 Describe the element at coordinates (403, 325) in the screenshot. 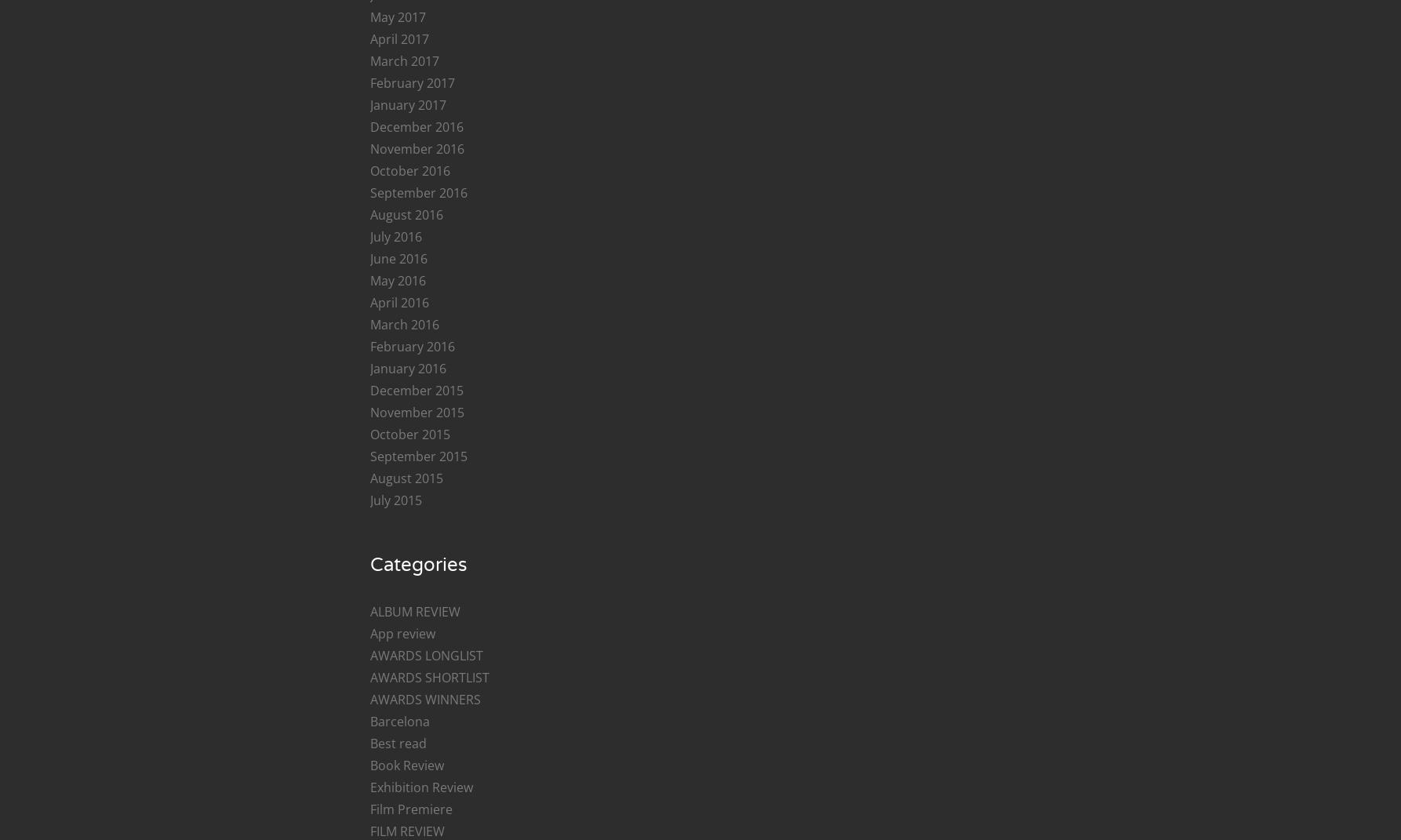

I see `'March 2016'` at that location.